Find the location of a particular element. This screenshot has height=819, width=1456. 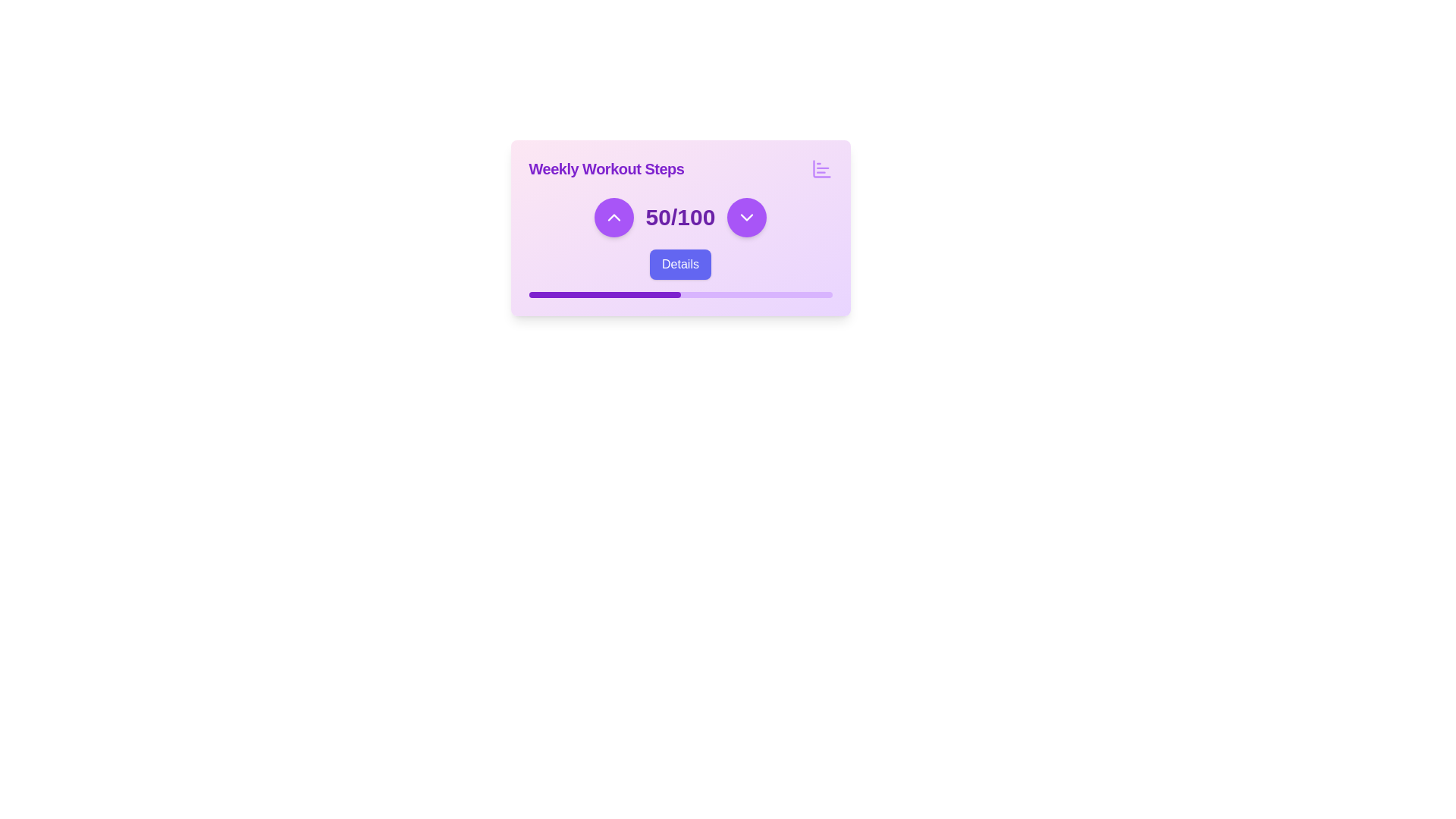

the title text 'Weekly Workout Steps' which is styled in bold purple font on a gradient violet background, located at the top of the card layout is located at coordinates (679, 169).